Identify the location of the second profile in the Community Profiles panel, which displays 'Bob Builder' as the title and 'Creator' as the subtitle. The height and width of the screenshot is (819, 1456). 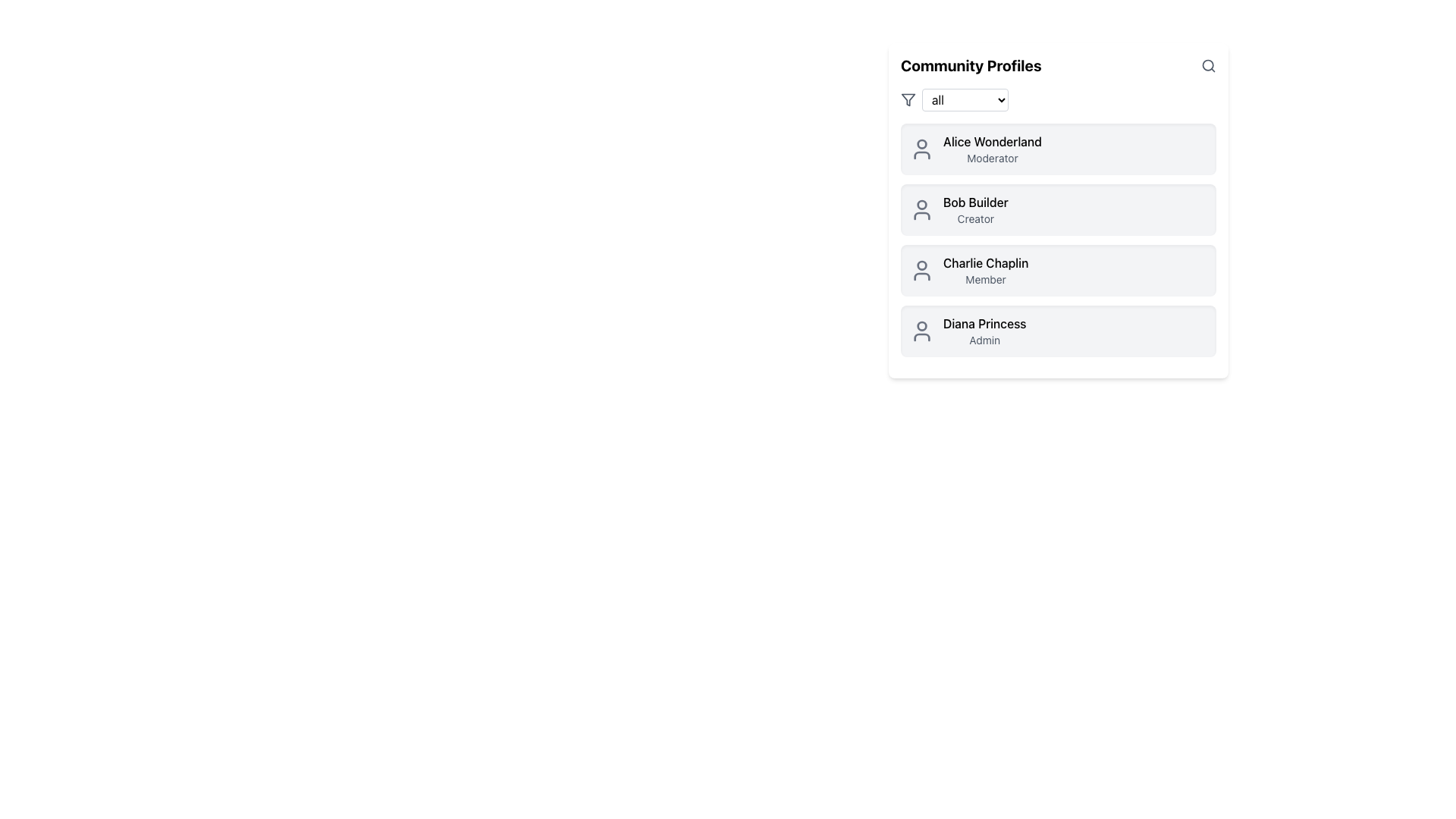
(1058, 210).